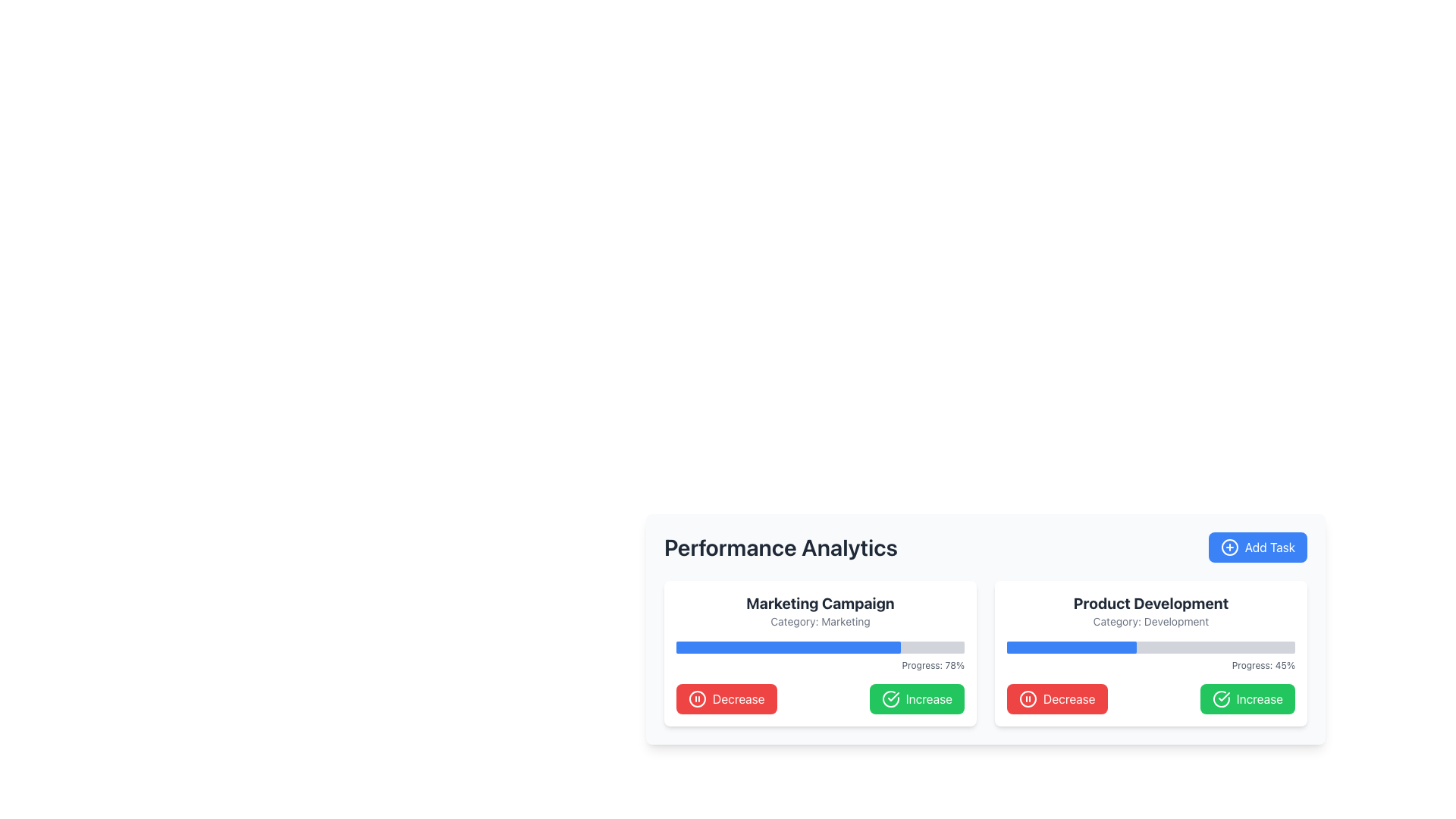 Image resolution: width=1456 pixels, height=819 pixels. What do you see at coordinates (1150, 698) in the screenshot?
I see `the interactive buttons labeled 'Decrease' and 'Increase' at the bottom of the 'Product Development' card` at bounding box center [1150, 698].